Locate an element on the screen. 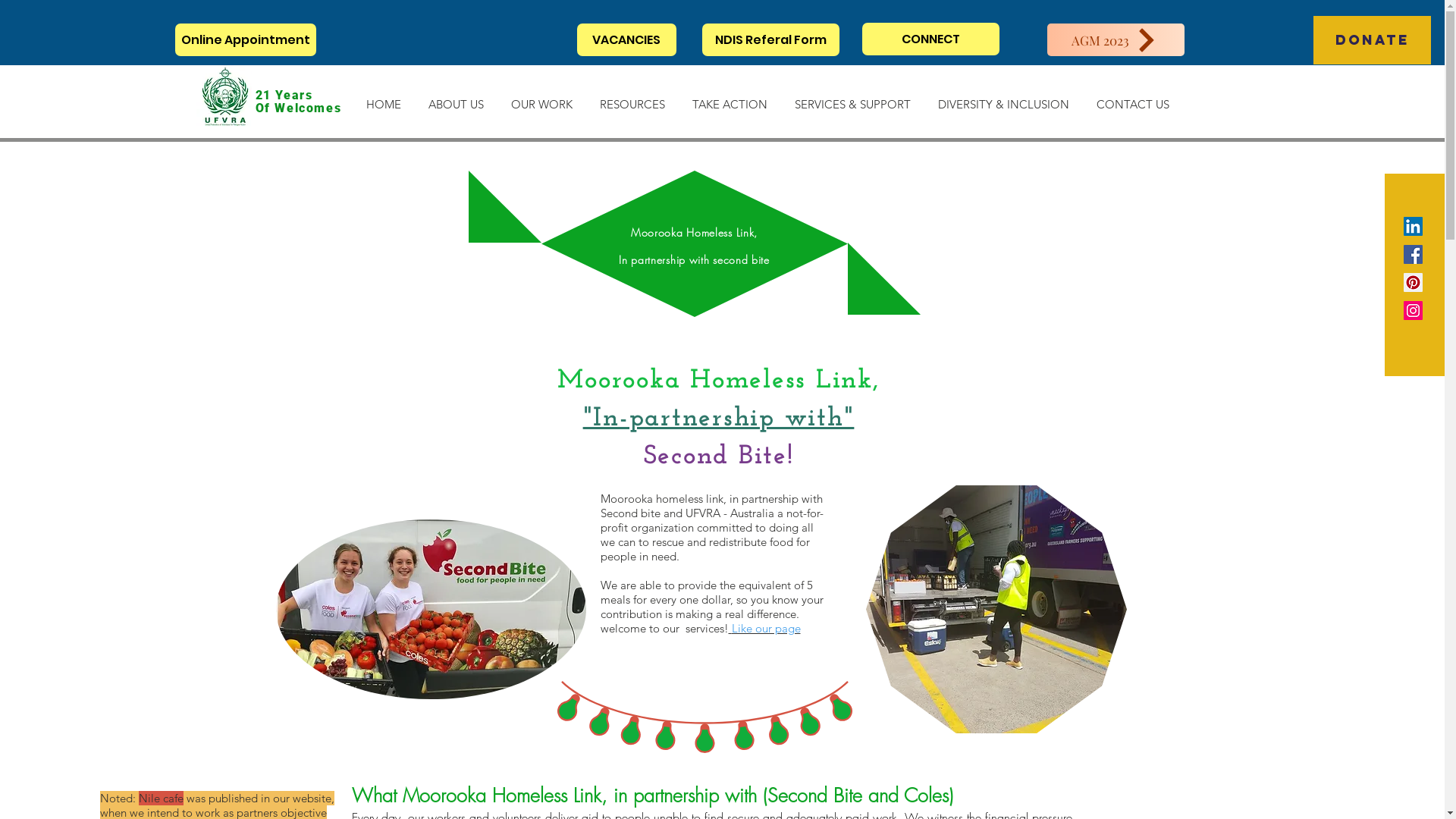  'CONTACT US' is located at coordinates (1132, 97).